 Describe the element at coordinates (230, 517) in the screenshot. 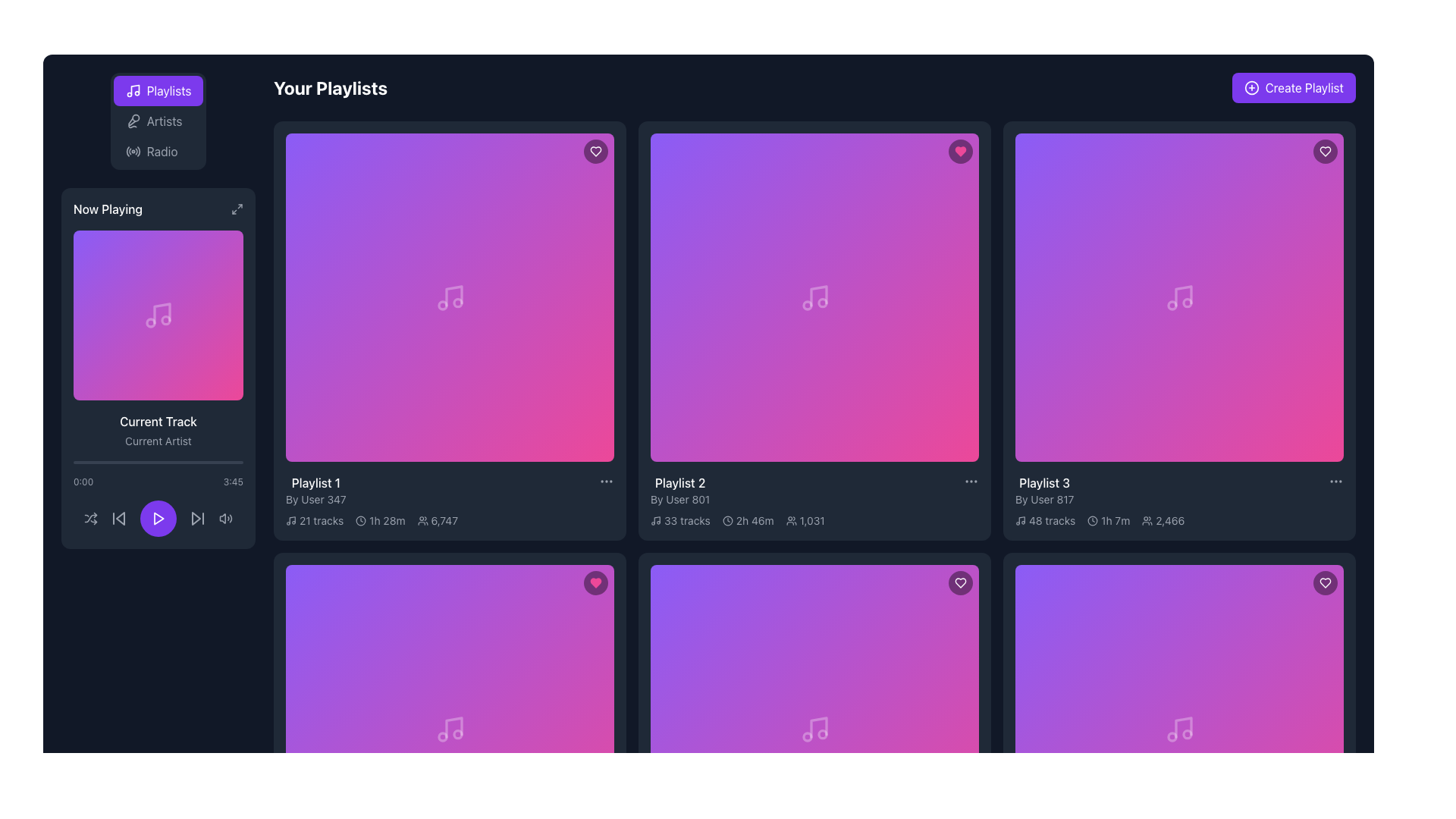

I see `the small circular arc representing the outermost wave line in the audio volume icon, which is light gray and positioned at the bottom-right corner of the 'Now Playing' section` at that location.